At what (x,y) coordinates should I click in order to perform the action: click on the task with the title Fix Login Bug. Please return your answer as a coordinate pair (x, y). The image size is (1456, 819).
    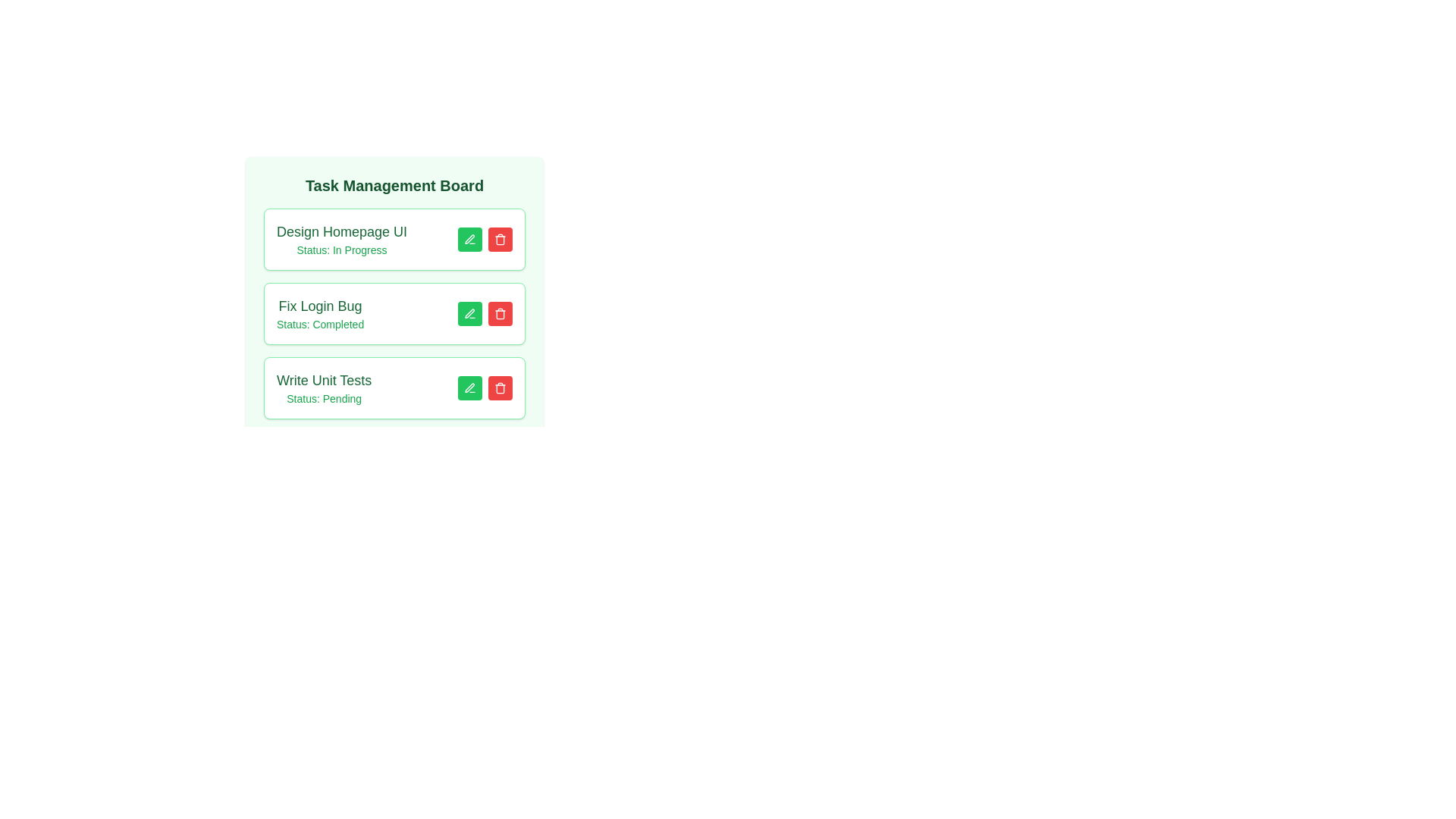
    Looking at the image, I should click on (500, 312).